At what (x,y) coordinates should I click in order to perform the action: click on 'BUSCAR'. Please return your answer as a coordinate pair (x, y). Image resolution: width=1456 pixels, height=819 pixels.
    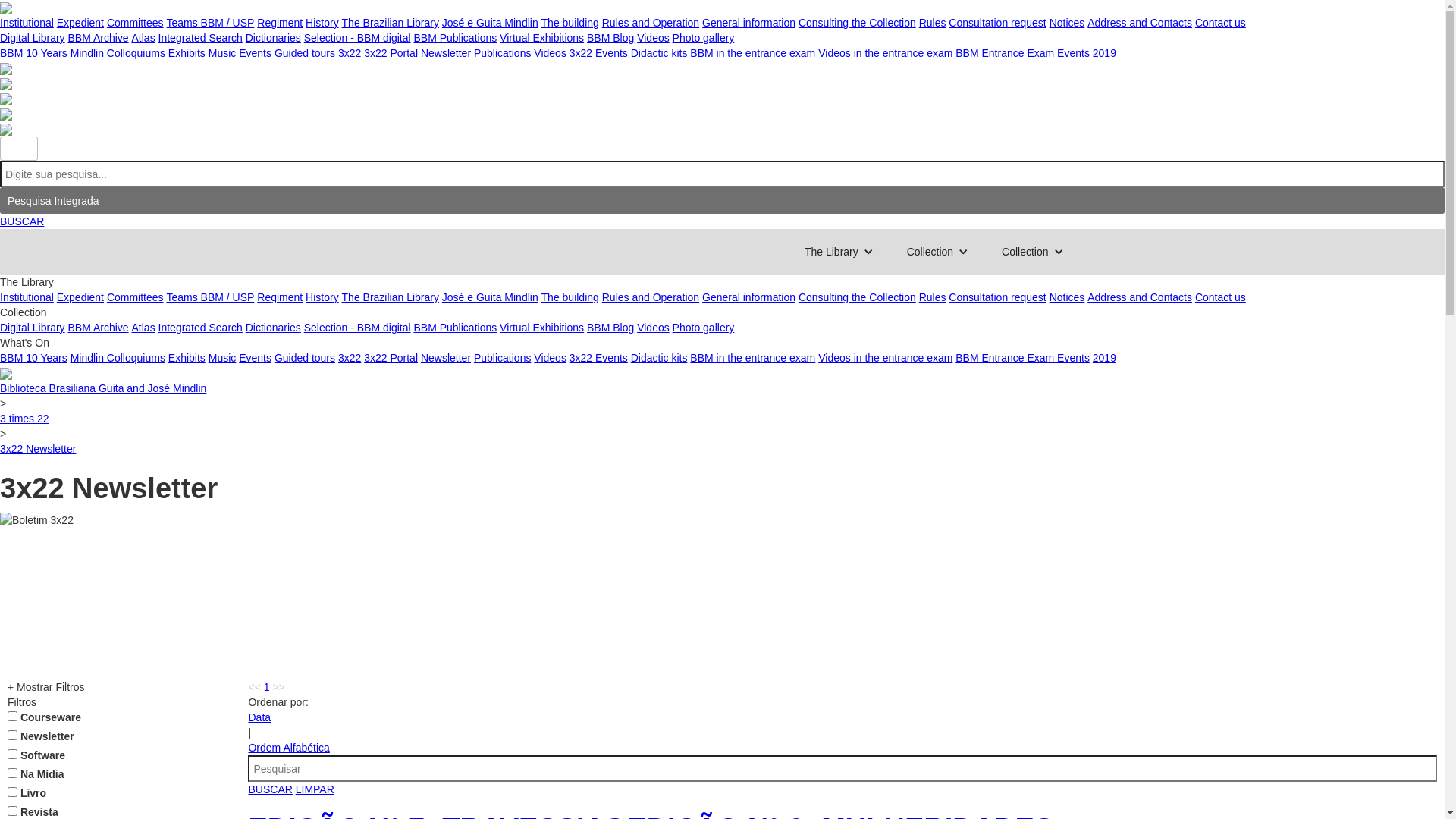
    Looking at the image, I should click on (269, 789).